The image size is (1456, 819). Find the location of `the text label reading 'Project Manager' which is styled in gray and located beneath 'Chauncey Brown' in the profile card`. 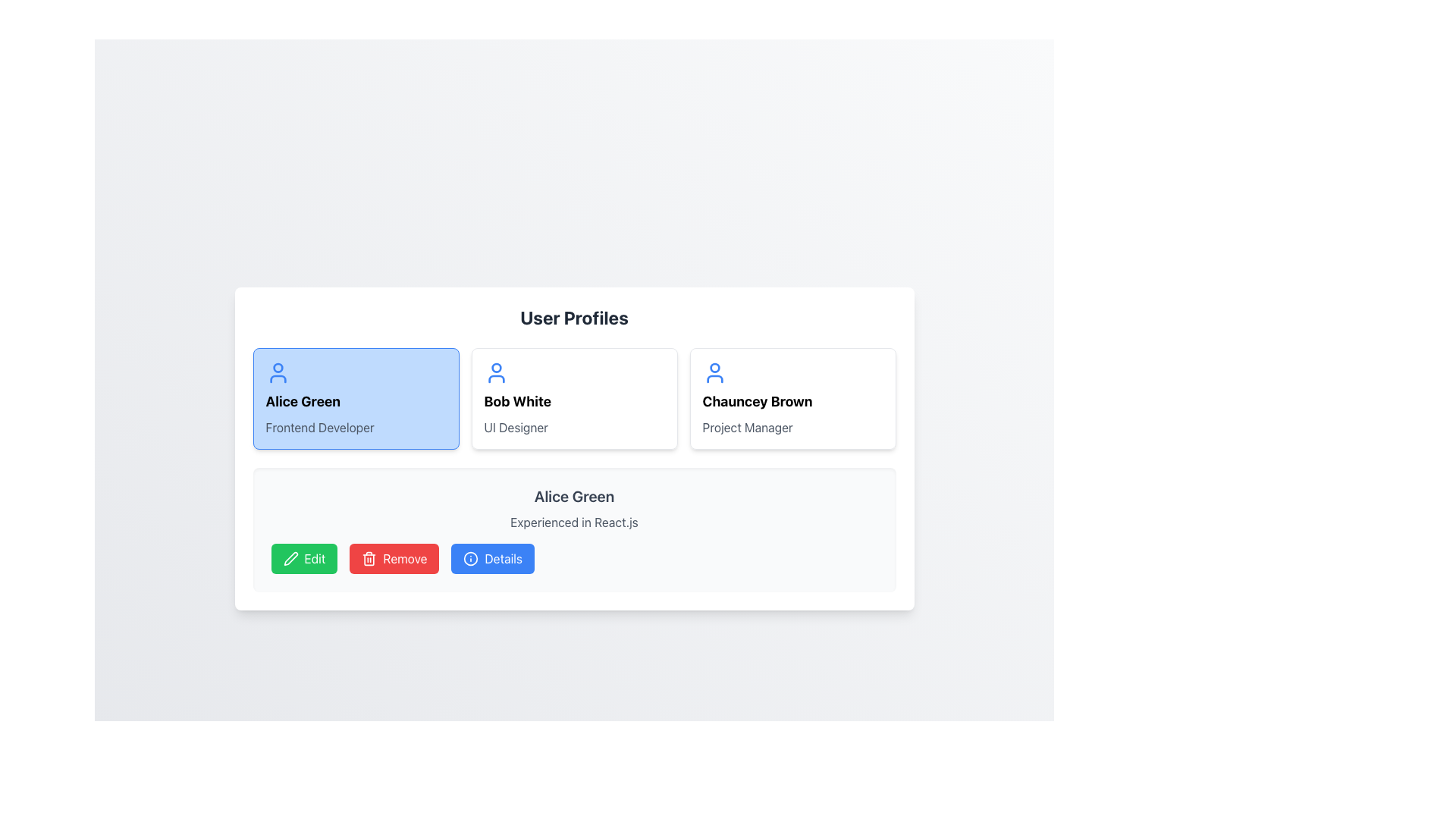

the text label reading 'Project Manager' which is styled in gray and located beneath 'Chauncey Brown' in the profile card is located at coordinates (748, 427).